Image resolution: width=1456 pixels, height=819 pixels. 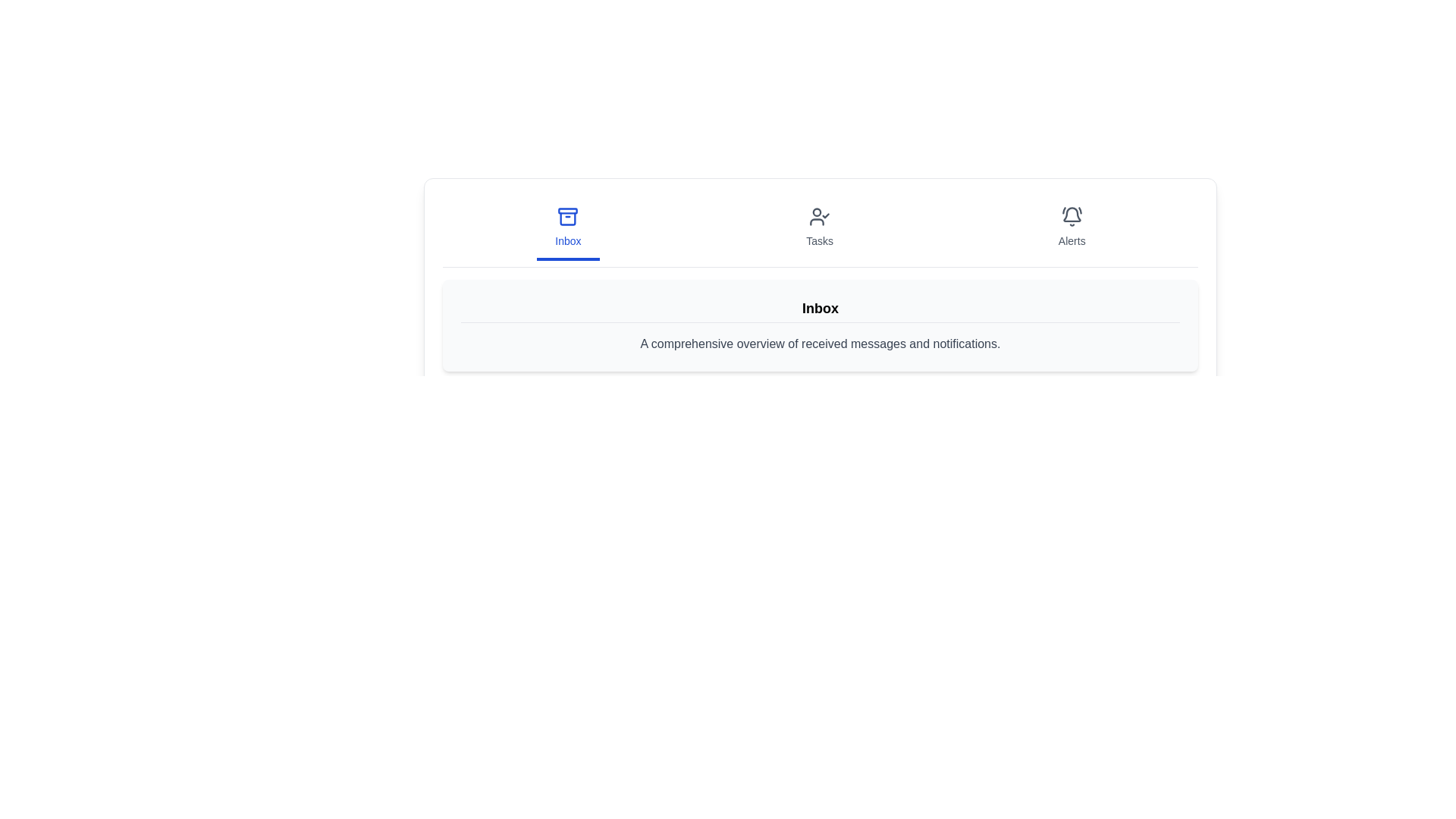 What do you see at coordinates (1071, 228) in the screenshot?
I see `the tab icon corresponding to Alerts` at bounding box center [1071, 228].